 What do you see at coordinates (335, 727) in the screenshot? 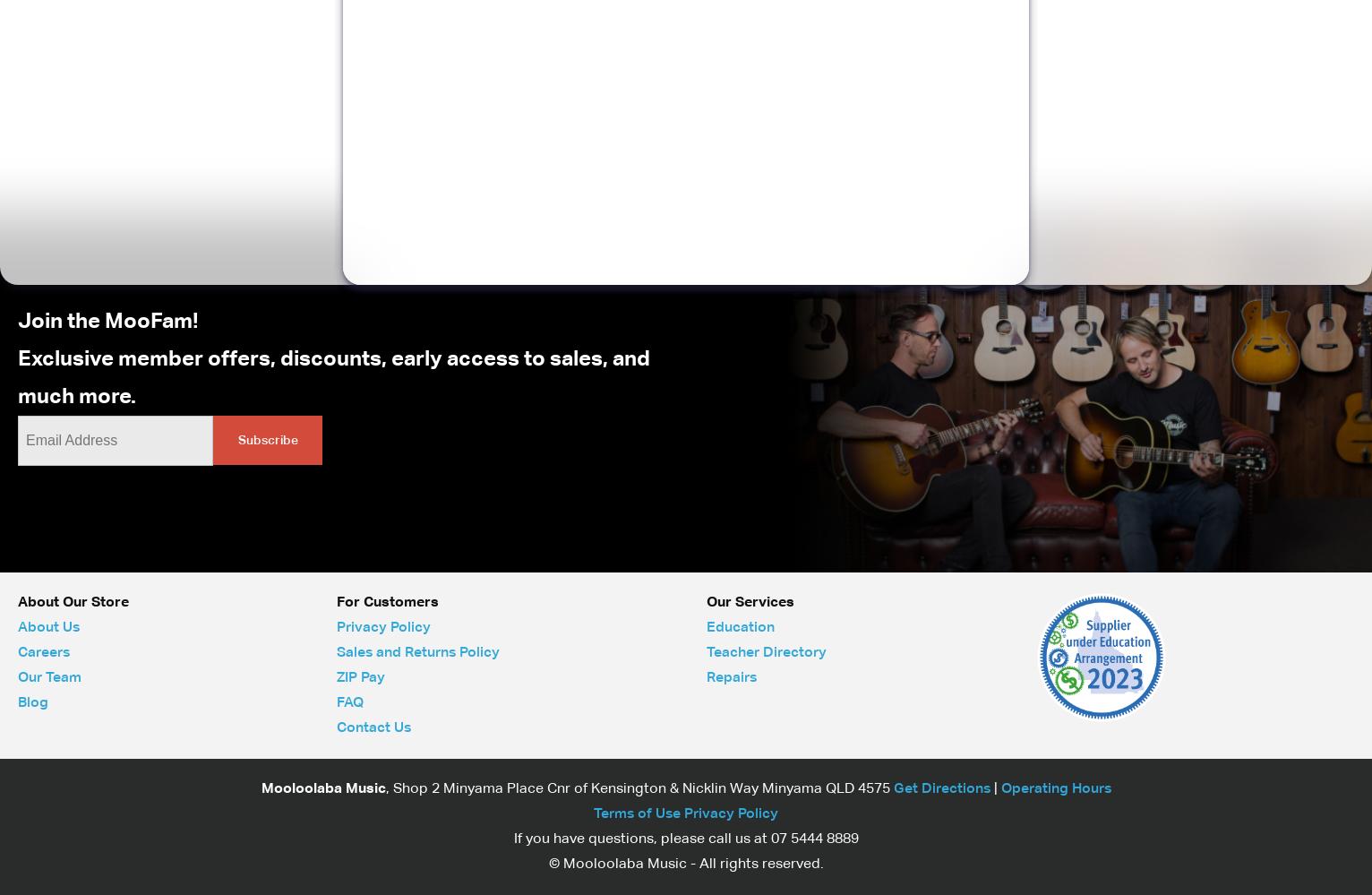
I see `'Contact Us'` at bounding box center [335, 727].